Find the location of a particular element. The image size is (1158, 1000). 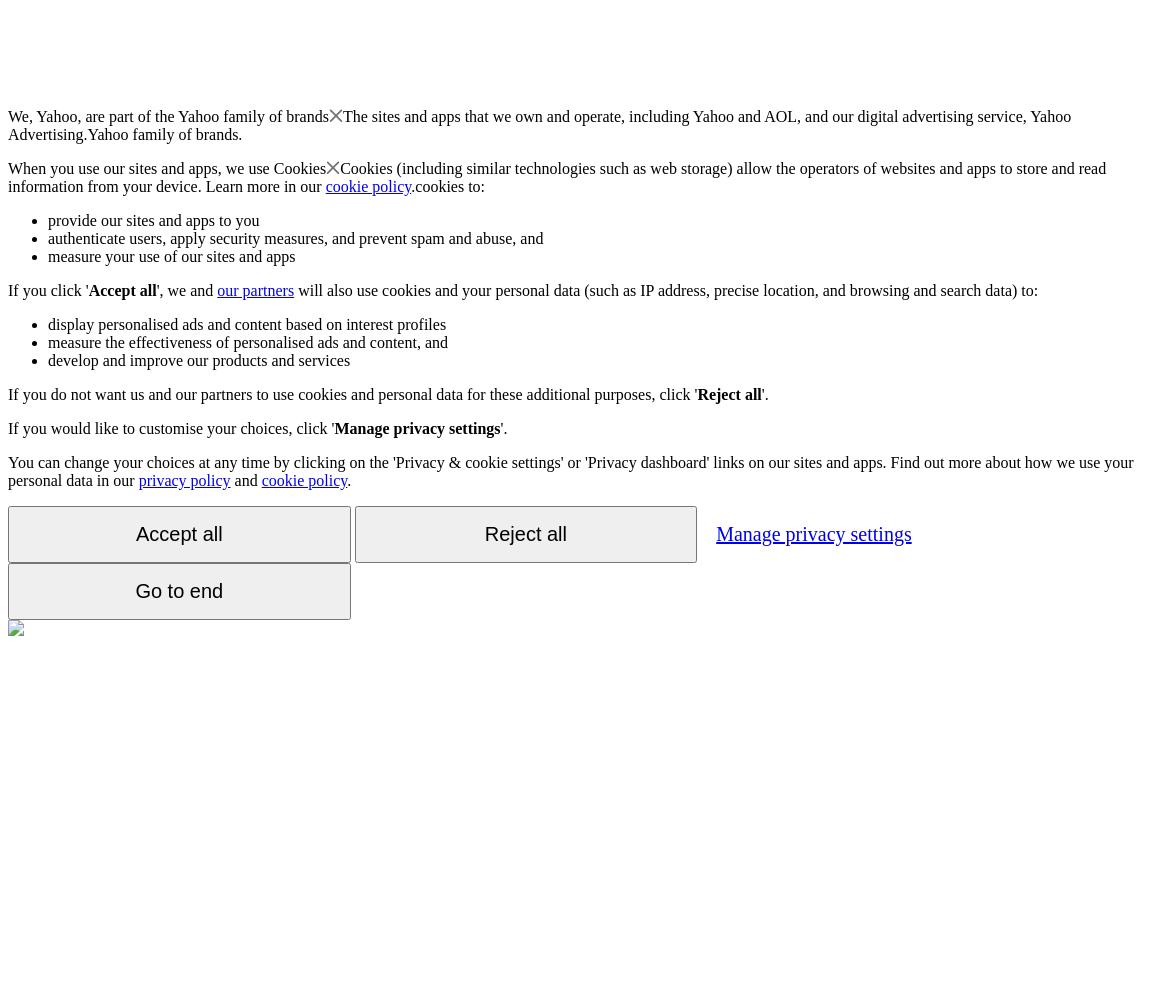

'If you do not want us and our partners to use cookies and personal data for these additional purposes, click '' is located at coordinates (351, 394).